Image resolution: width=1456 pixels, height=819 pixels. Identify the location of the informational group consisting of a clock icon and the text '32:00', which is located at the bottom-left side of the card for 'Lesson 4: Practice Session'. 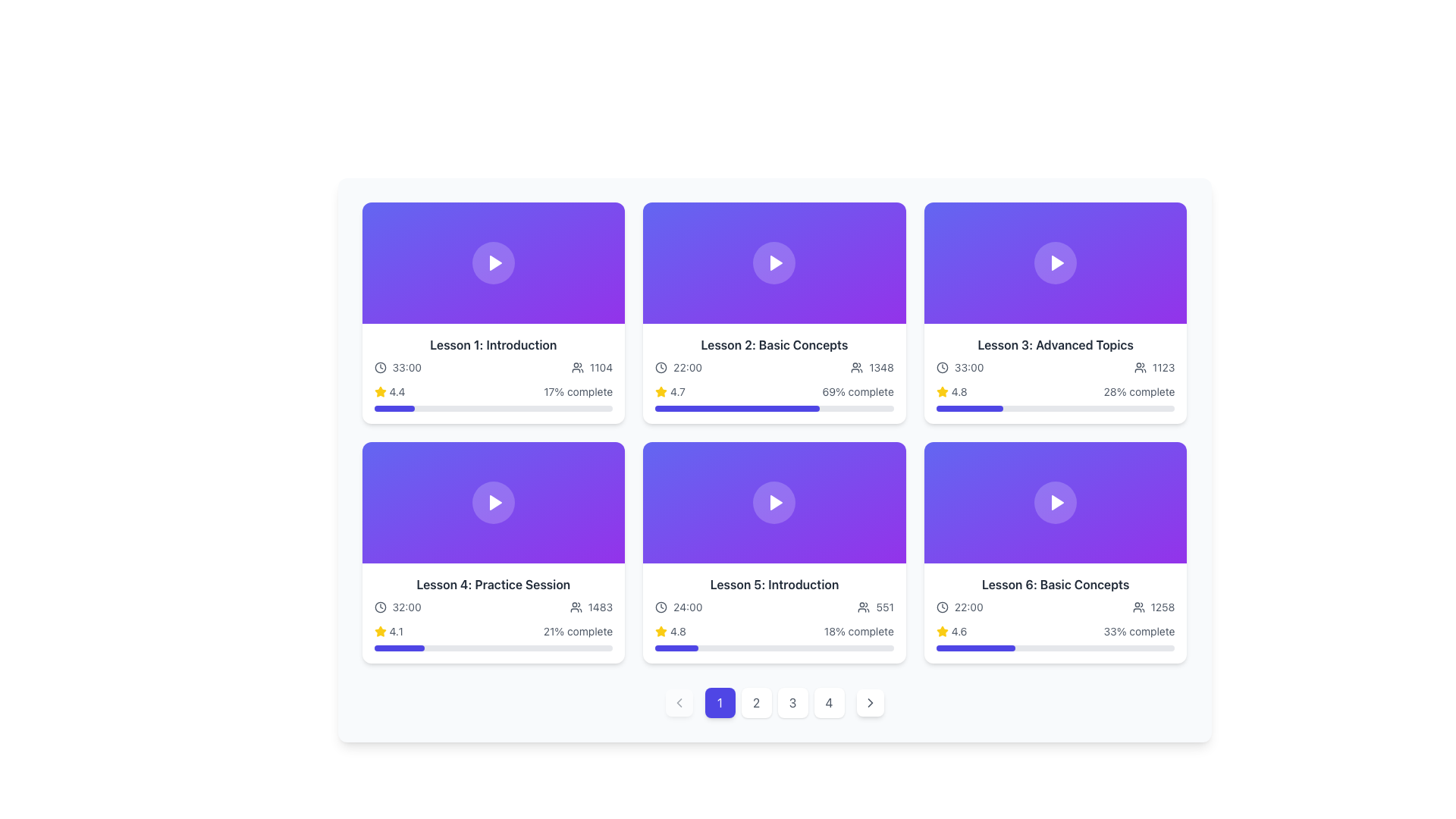
(397, 607).